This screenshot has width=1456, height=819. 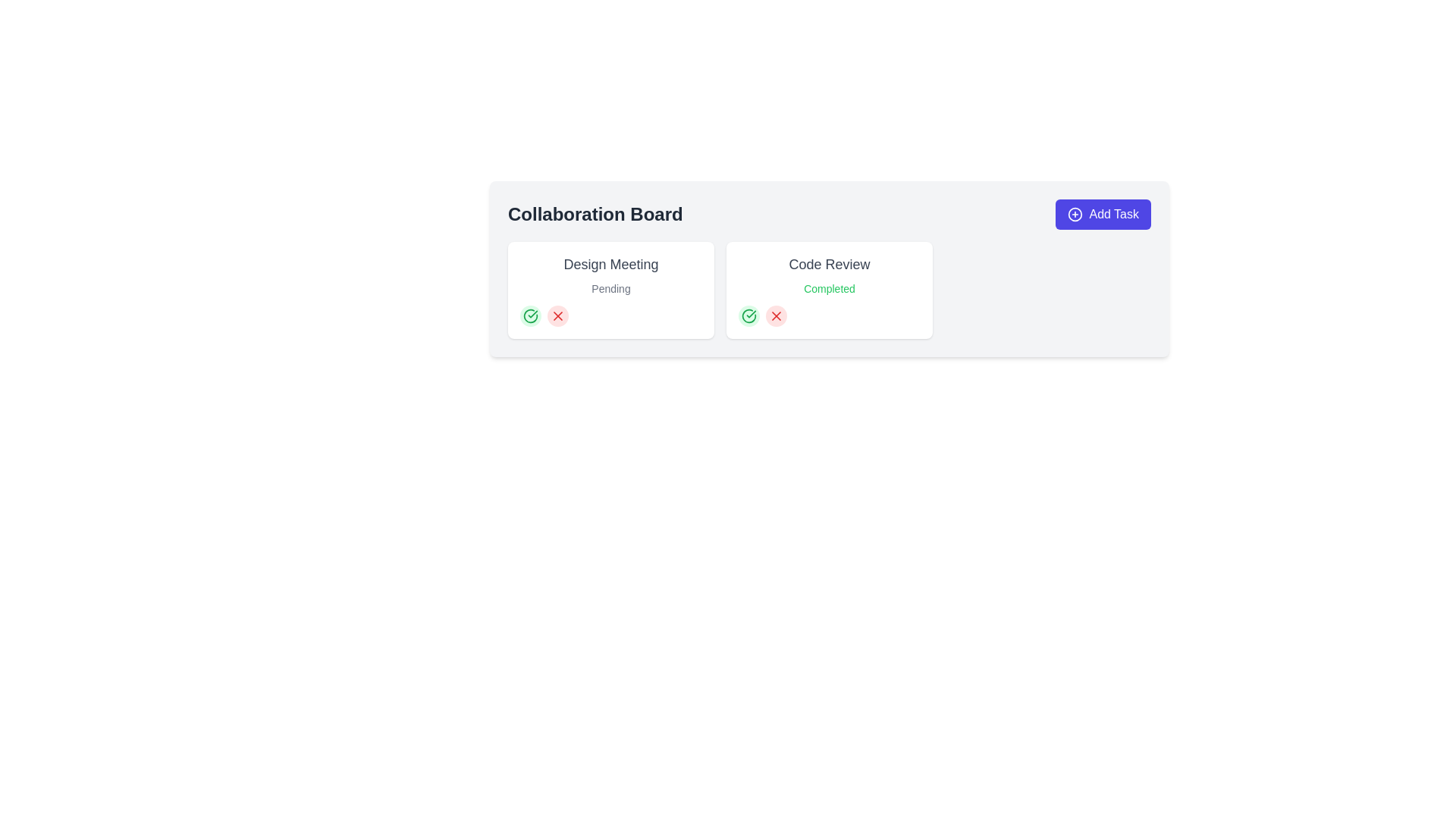 I want to click on the red rejection 'X' icon located at the bottom left of the 'Code Review' card, so click(x=776, y=315).